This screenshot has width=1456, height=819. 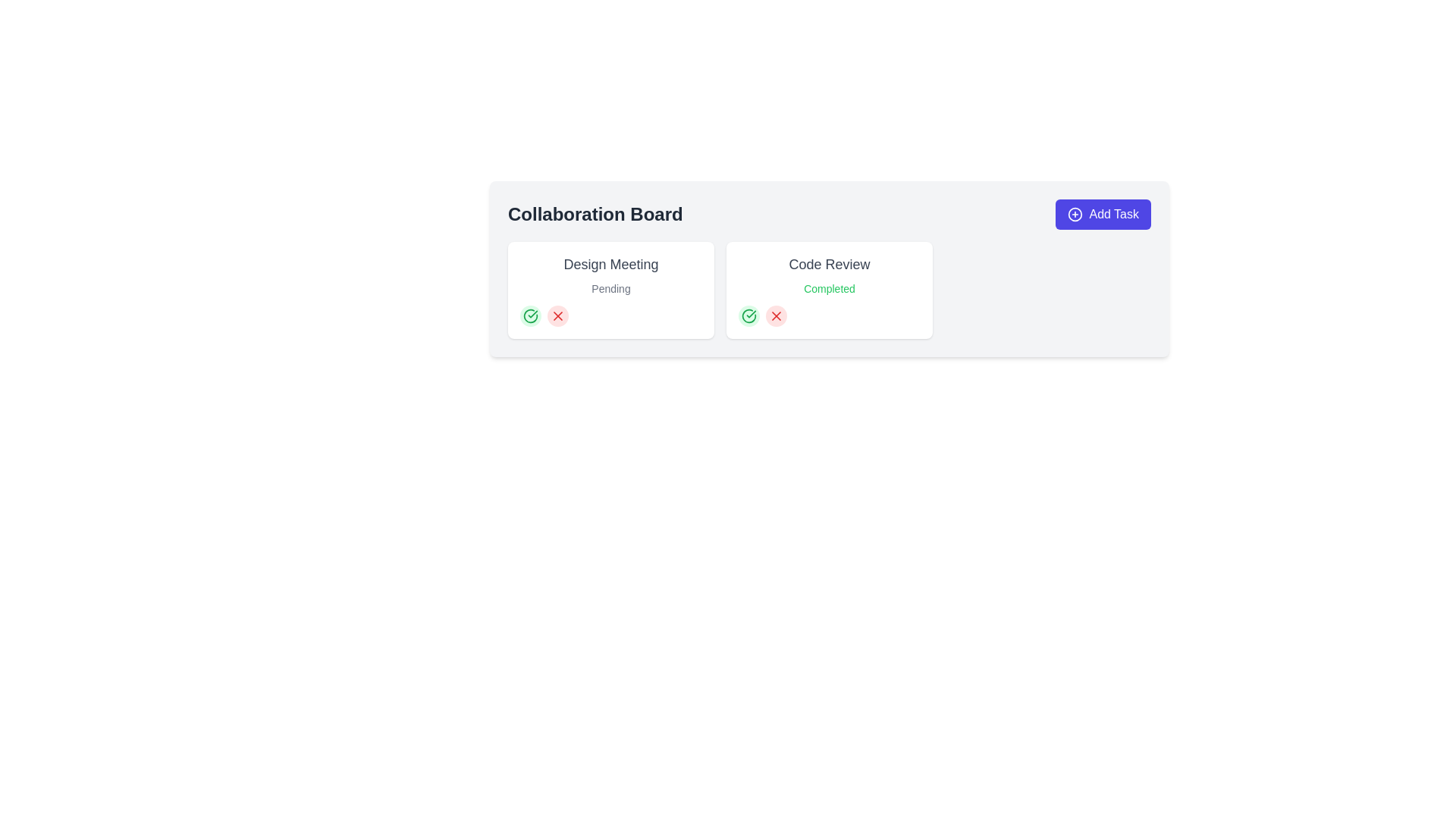 I want to click on the red rejection 'X' icon located at the bottom left of the 'Code Review' card, so click(x=776, y=315).